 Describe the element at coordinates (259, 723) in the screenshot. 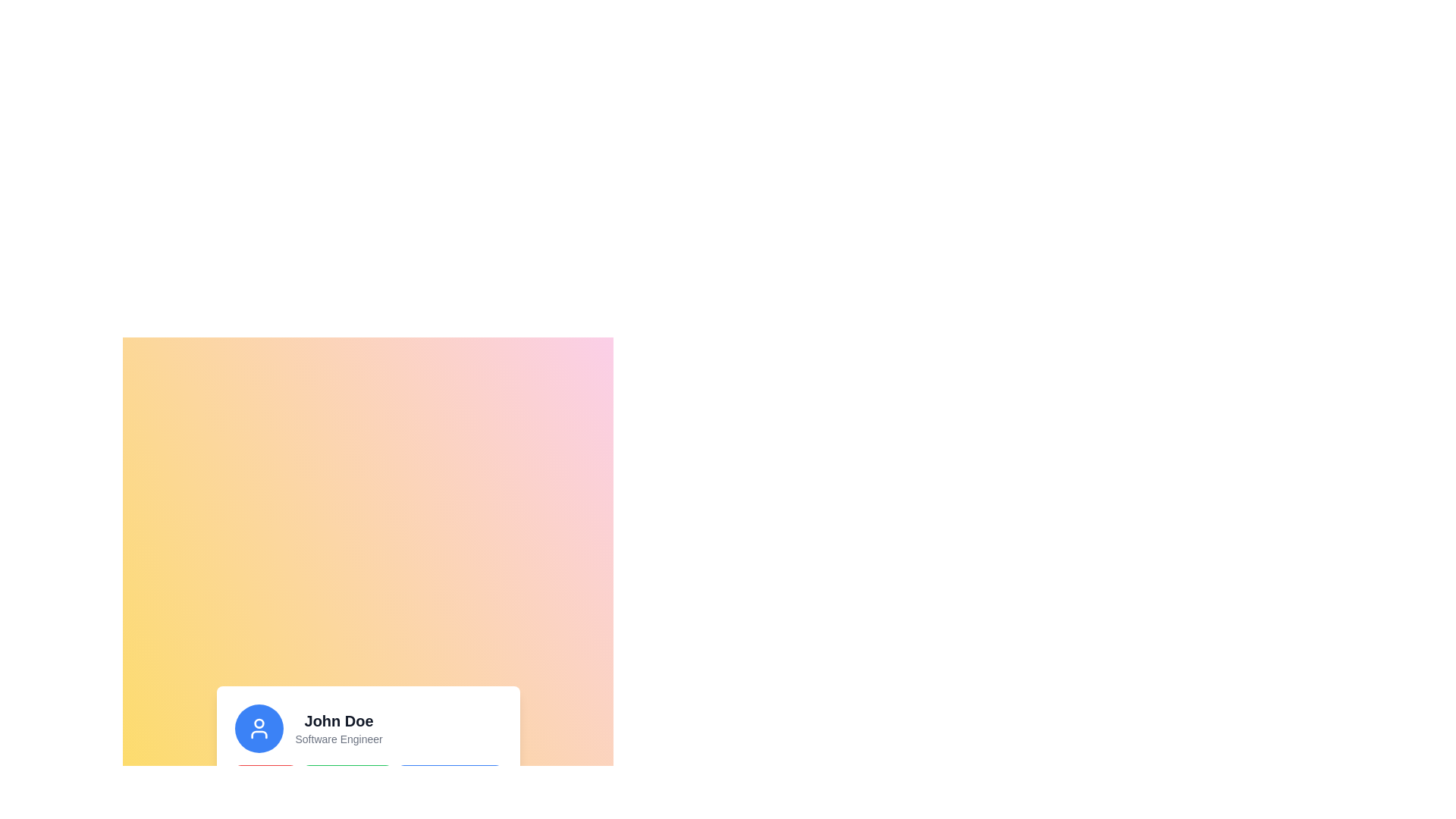

I see `the topmost circular component styled with a blue fill within the user profile icon located in the bottom left quadrant of the interface` at that location.